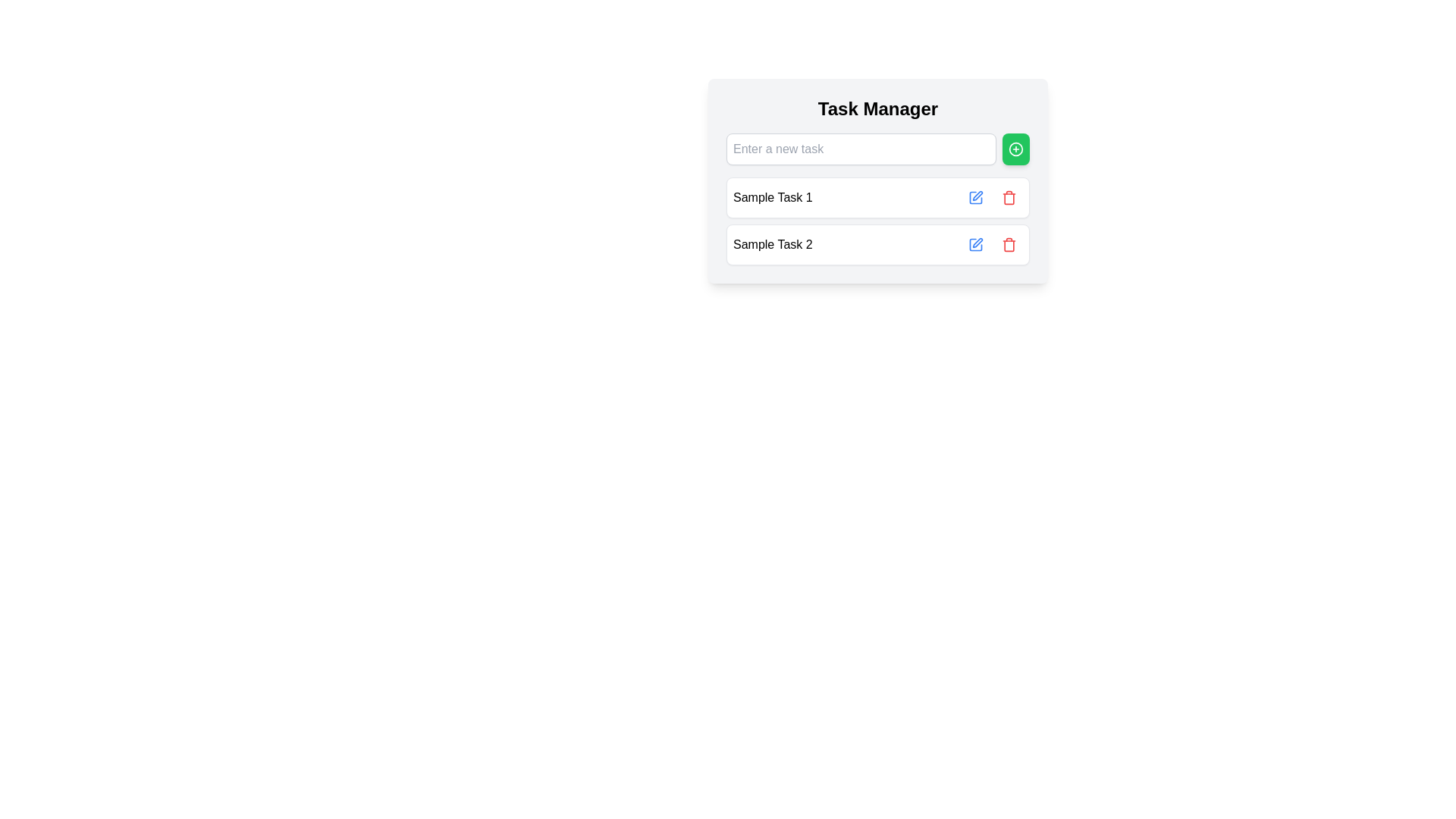  What do you see at coordinates (977, 242) in the screenshot?
I see `the pen icon button in the task management interface` at bounding box center [977, 242].